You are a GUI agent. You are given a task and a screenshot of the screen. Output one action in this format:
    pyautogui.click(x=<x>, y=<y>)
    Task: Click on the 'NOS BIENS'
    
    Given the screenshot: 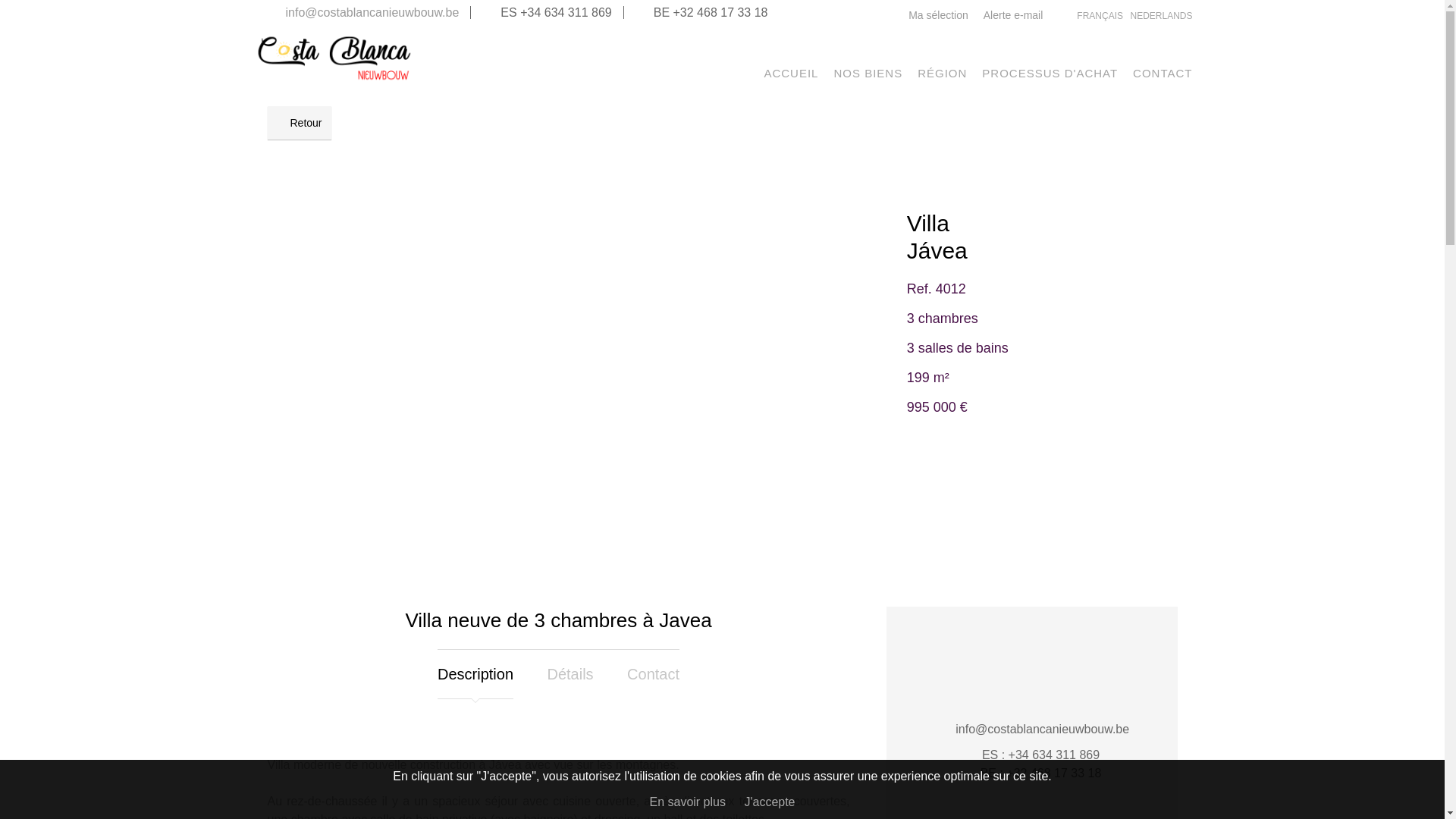 What is the action you would take?
    pyautogui.click(x=868, y=73)
    